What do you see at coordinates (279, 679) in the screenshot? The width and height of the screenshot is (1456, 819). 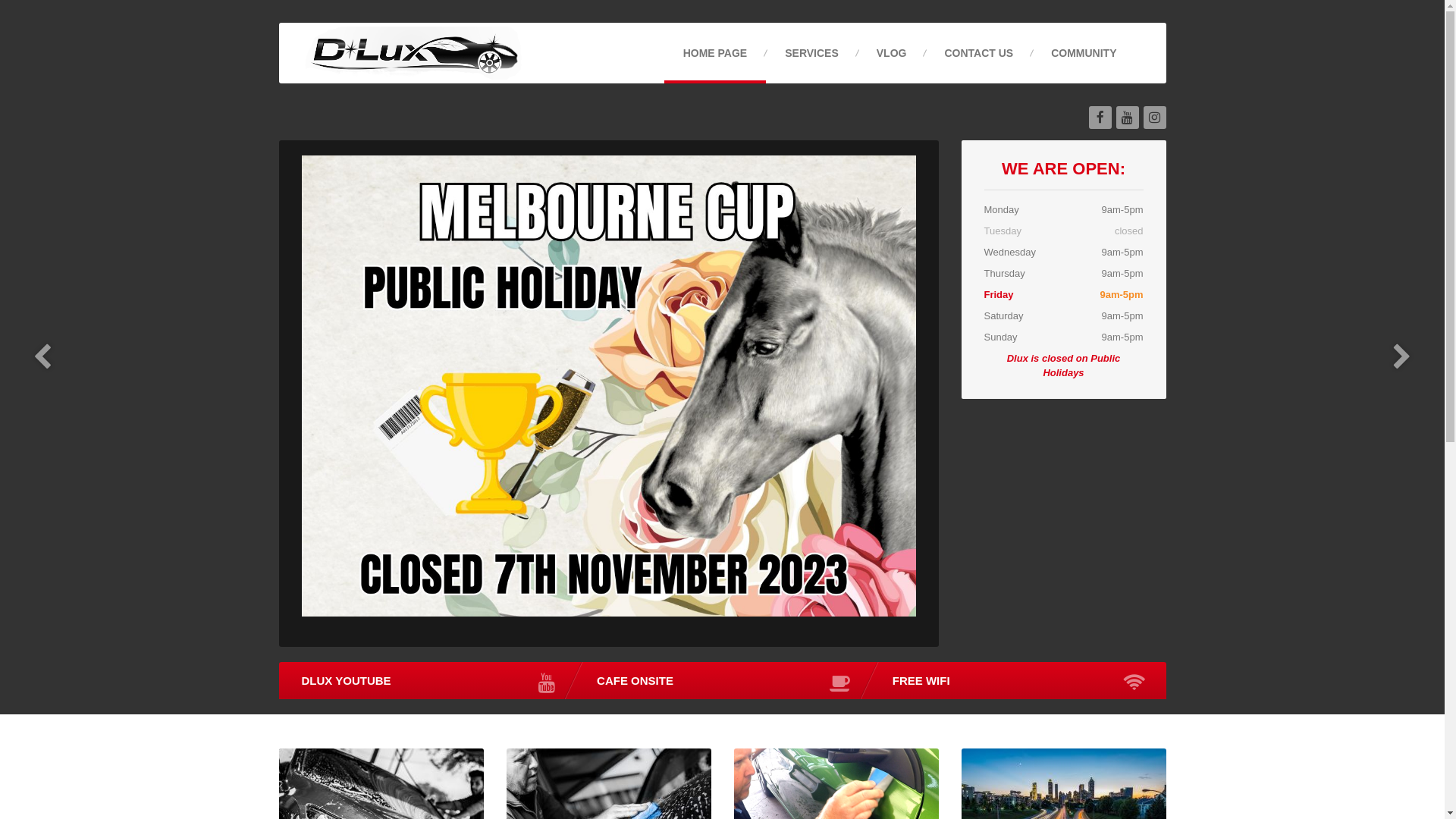 I see `'DLUX YOUTUBE'` at bounding box center [279, 679].